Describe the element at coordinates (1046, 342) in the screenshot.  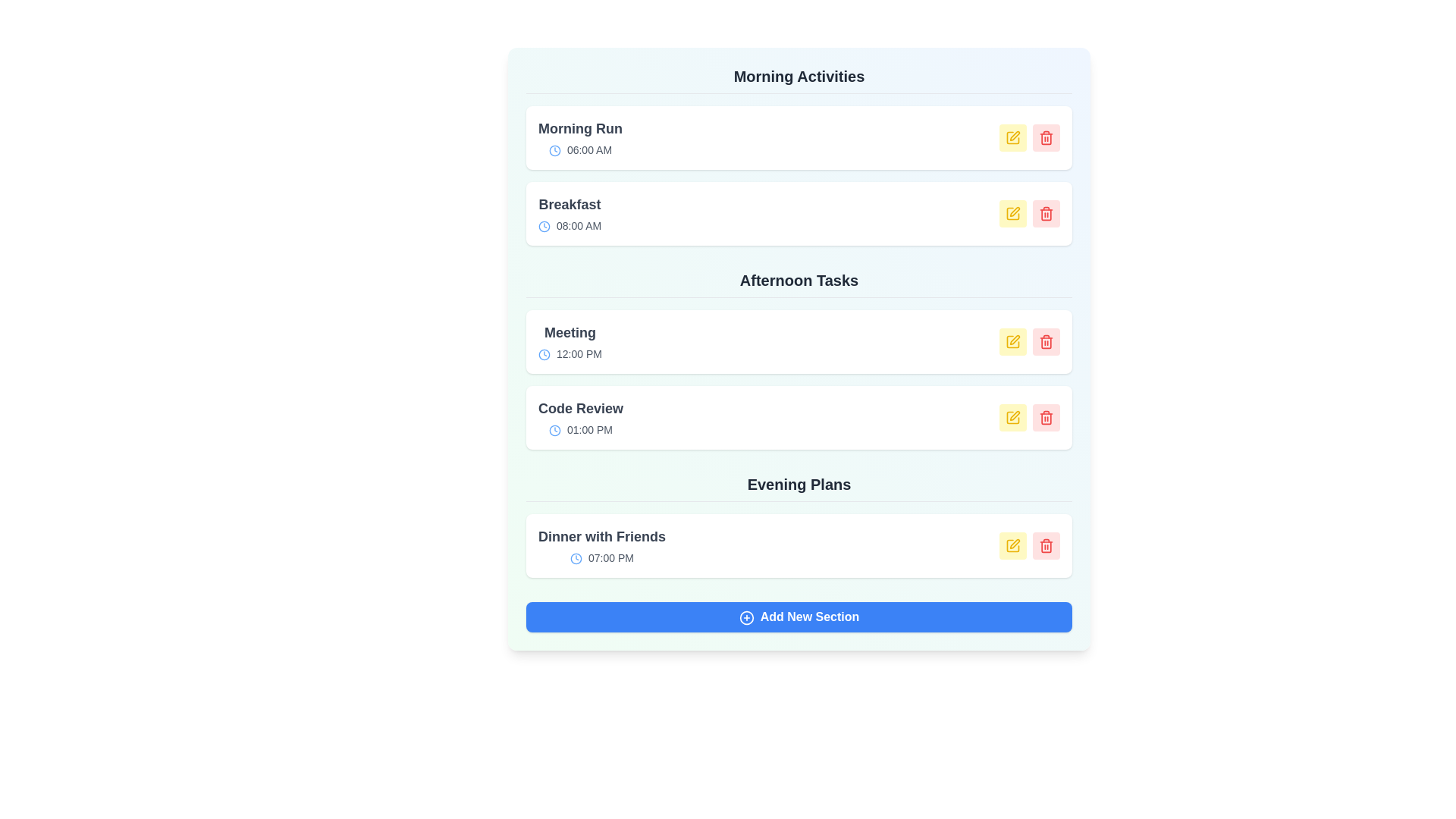
I see `delete button for the event Meeting` at that location.